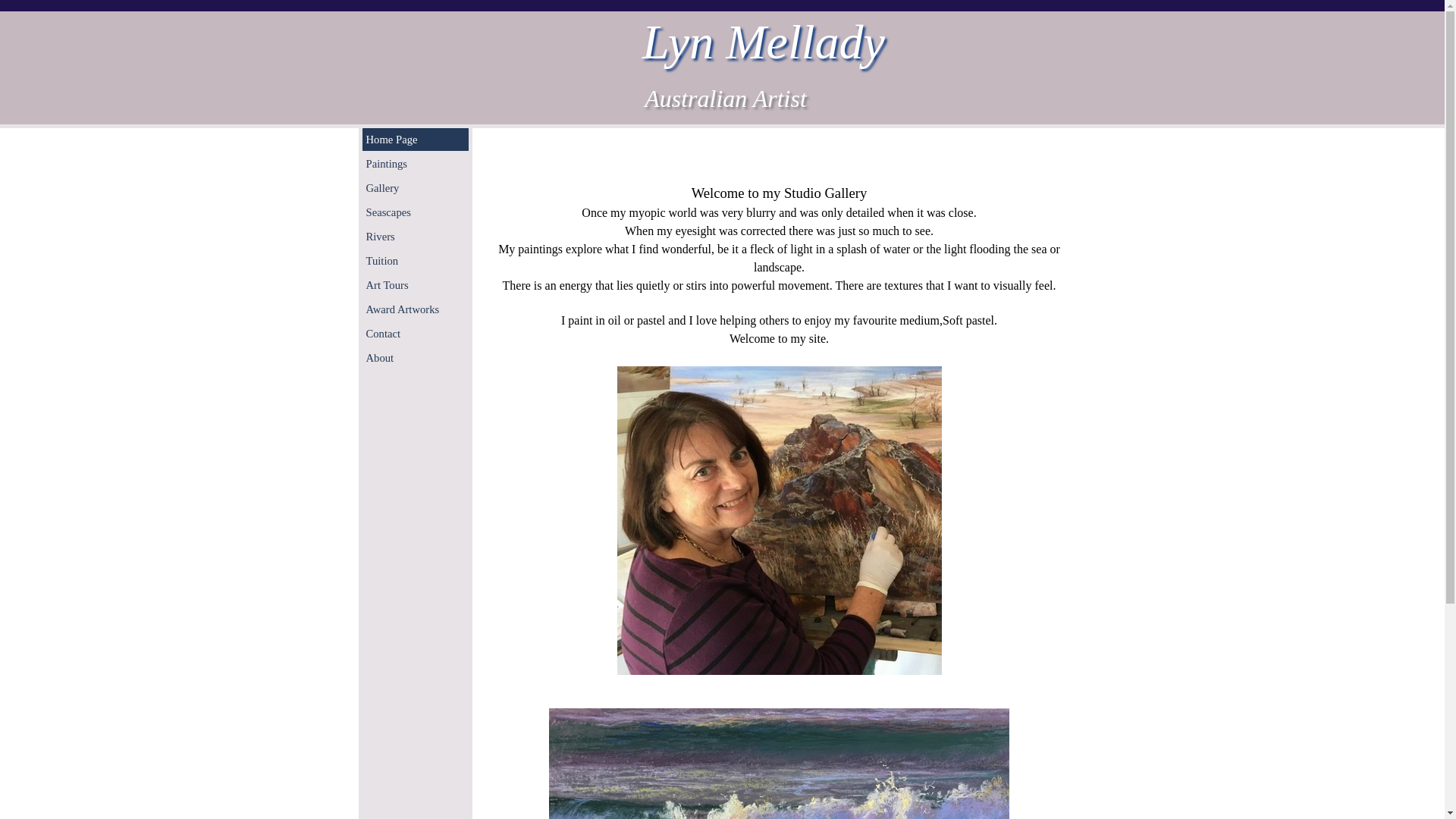 Image resolution: width=1456 pixels, height=819 pixels. Describe the element at coordinates (415, 332) in the screenshot. I see `'Contact'` at that location.